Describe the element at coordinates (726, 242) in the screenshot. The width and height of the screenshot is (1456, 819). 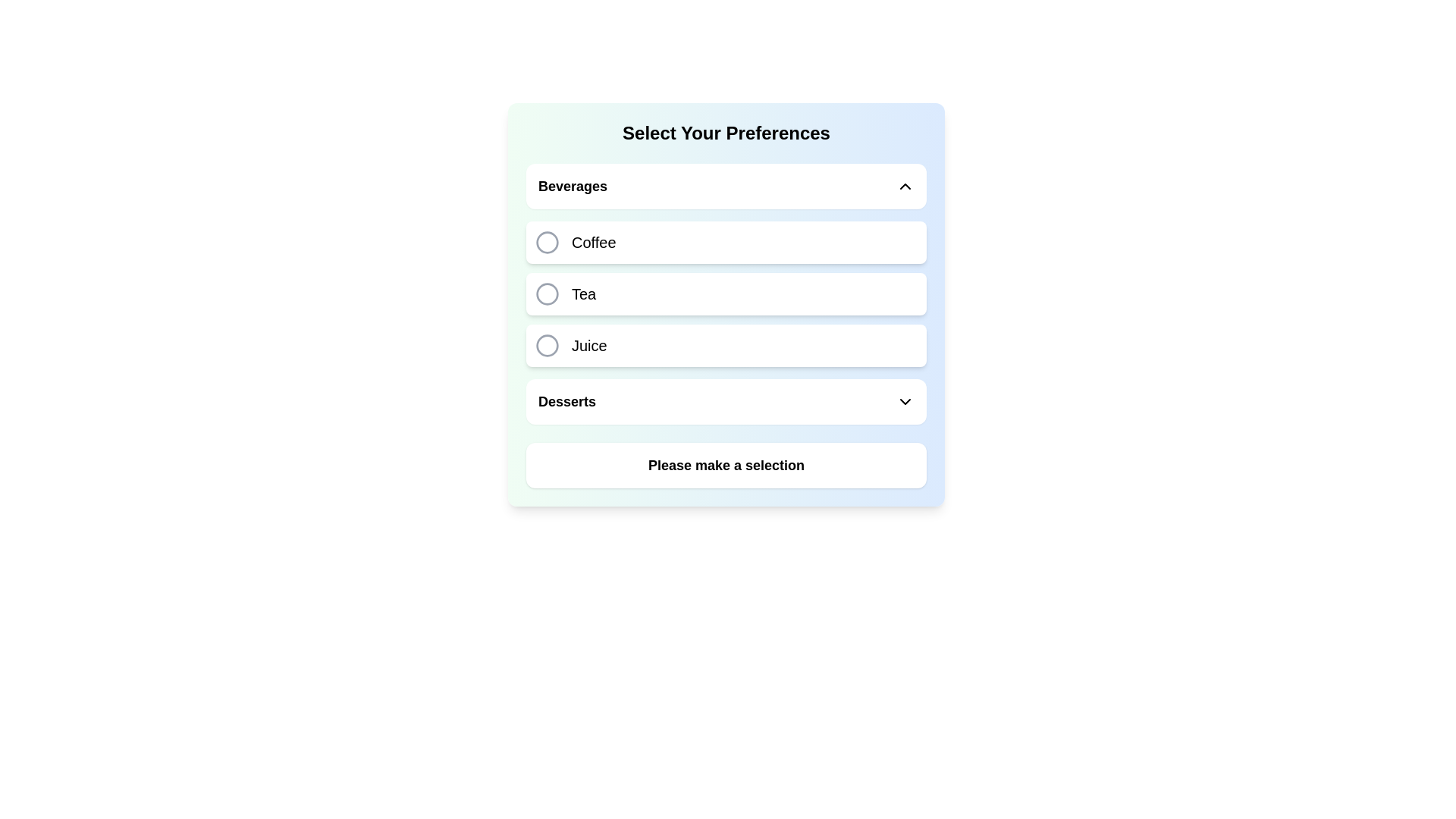
I see `the first selectable option in the 'Beverages' section` at that location.